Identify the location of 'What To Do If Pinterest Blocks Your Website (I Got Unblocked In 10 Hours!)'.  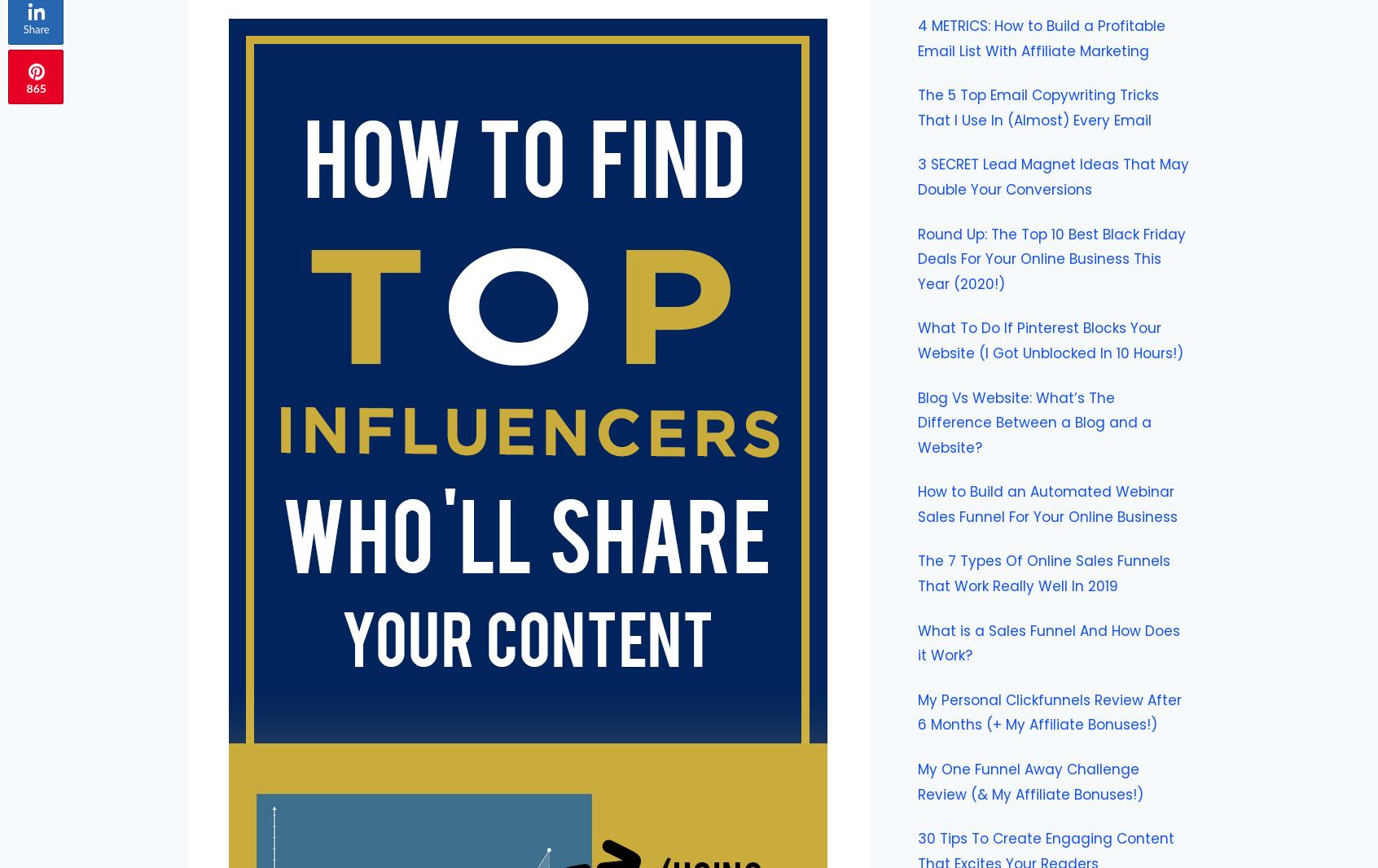
(1049, 340).